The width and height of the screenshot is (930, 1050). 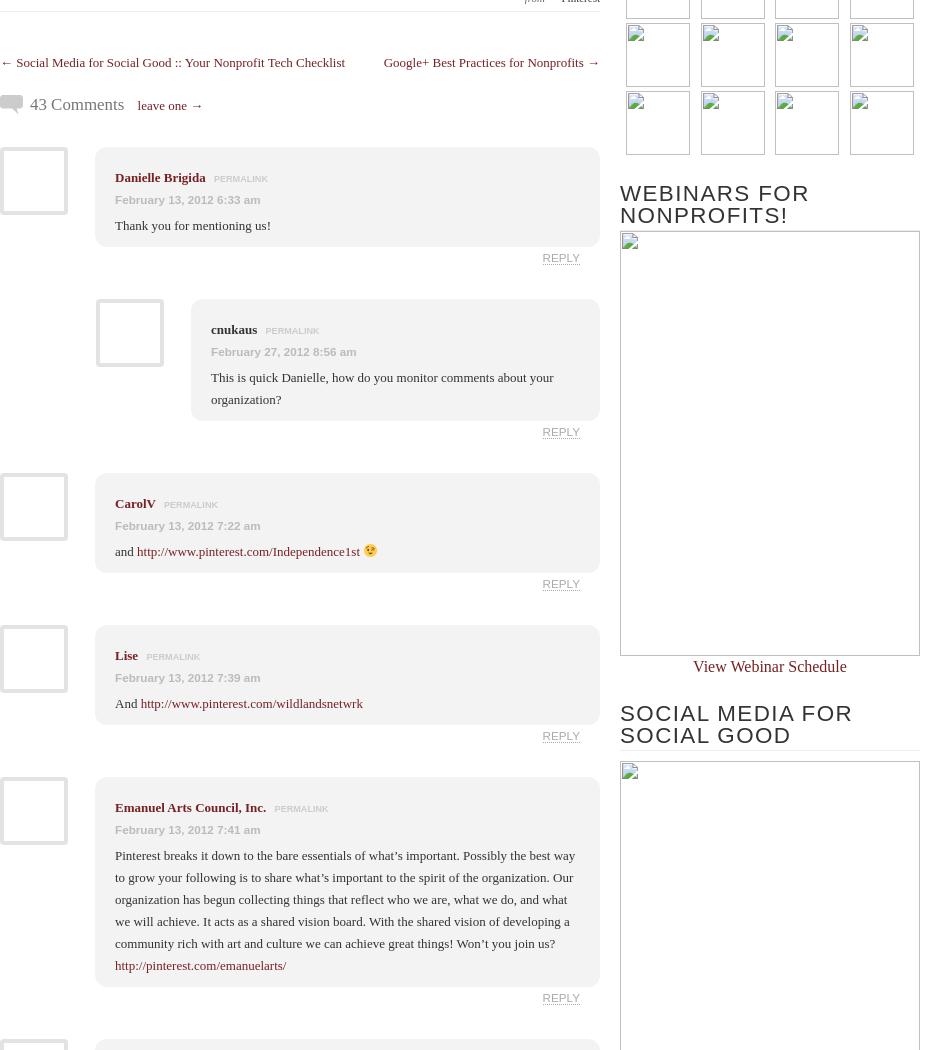 What do you see at coordinates (235, 328) in the screenshot?
I see `'cnukaus'` at bounding box center [235, 328].